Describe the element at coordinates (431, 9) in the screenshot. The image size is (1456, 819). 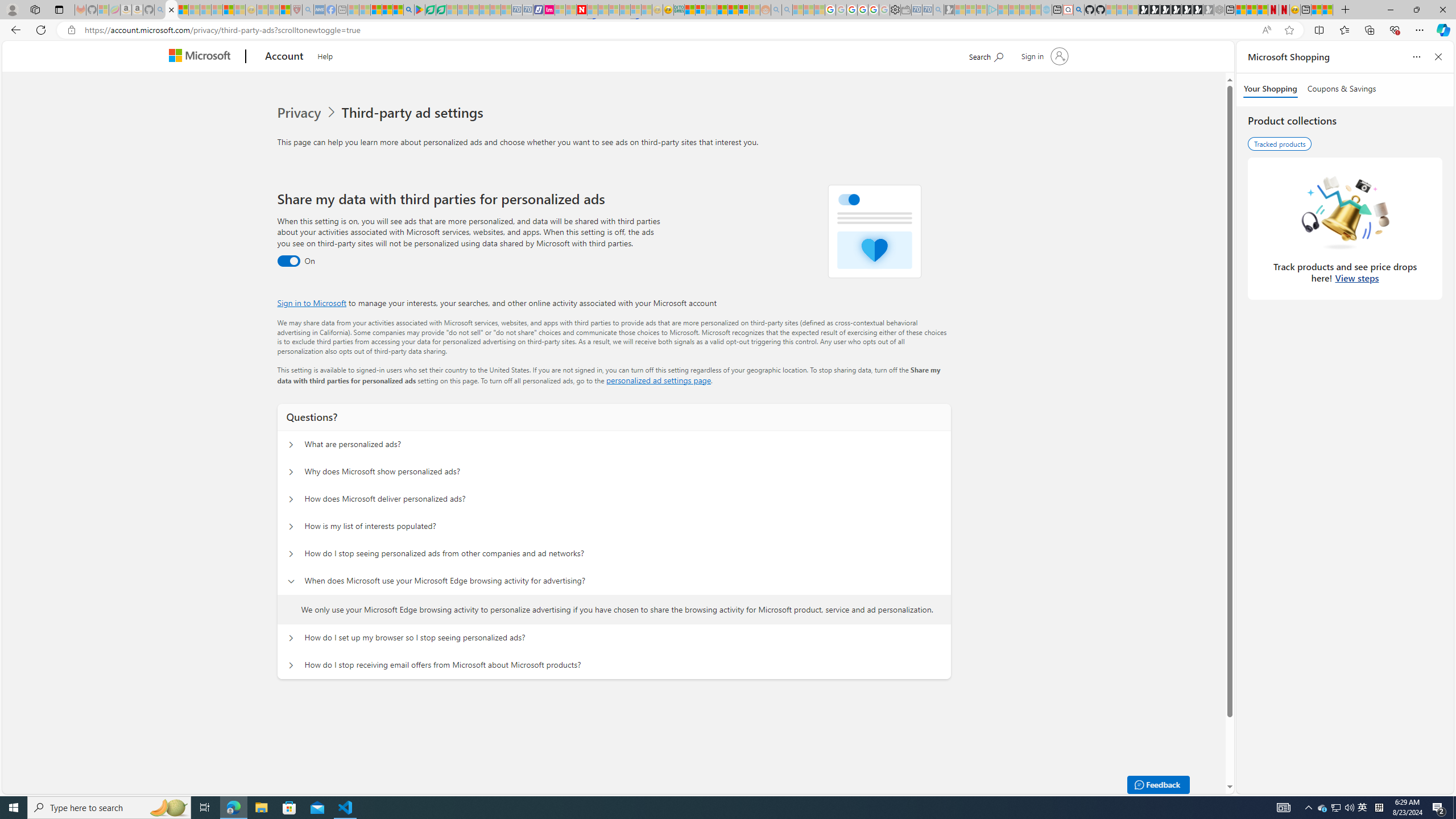
I see `'Terms of Use Agreement'` at that location.